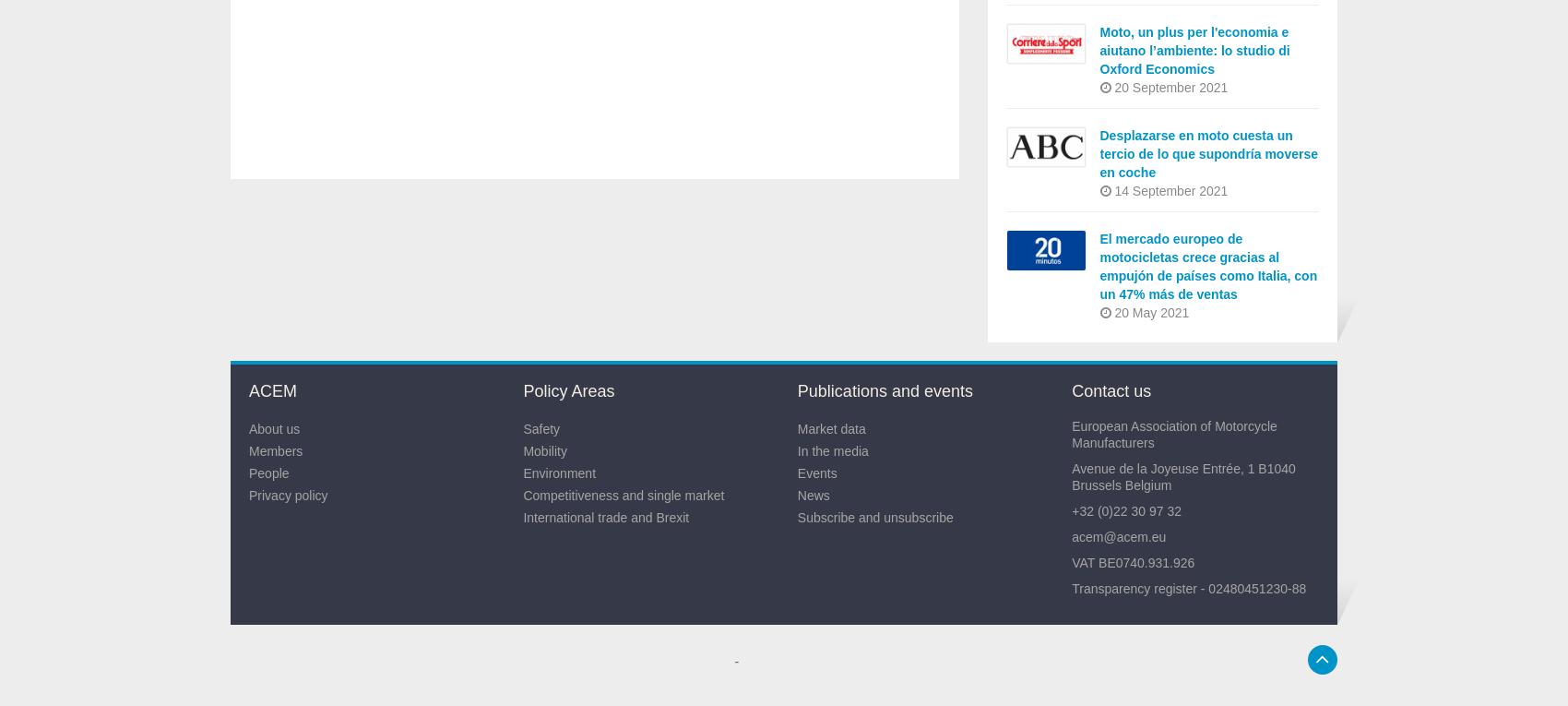  I want to click on 'Members', so click(276, 450).